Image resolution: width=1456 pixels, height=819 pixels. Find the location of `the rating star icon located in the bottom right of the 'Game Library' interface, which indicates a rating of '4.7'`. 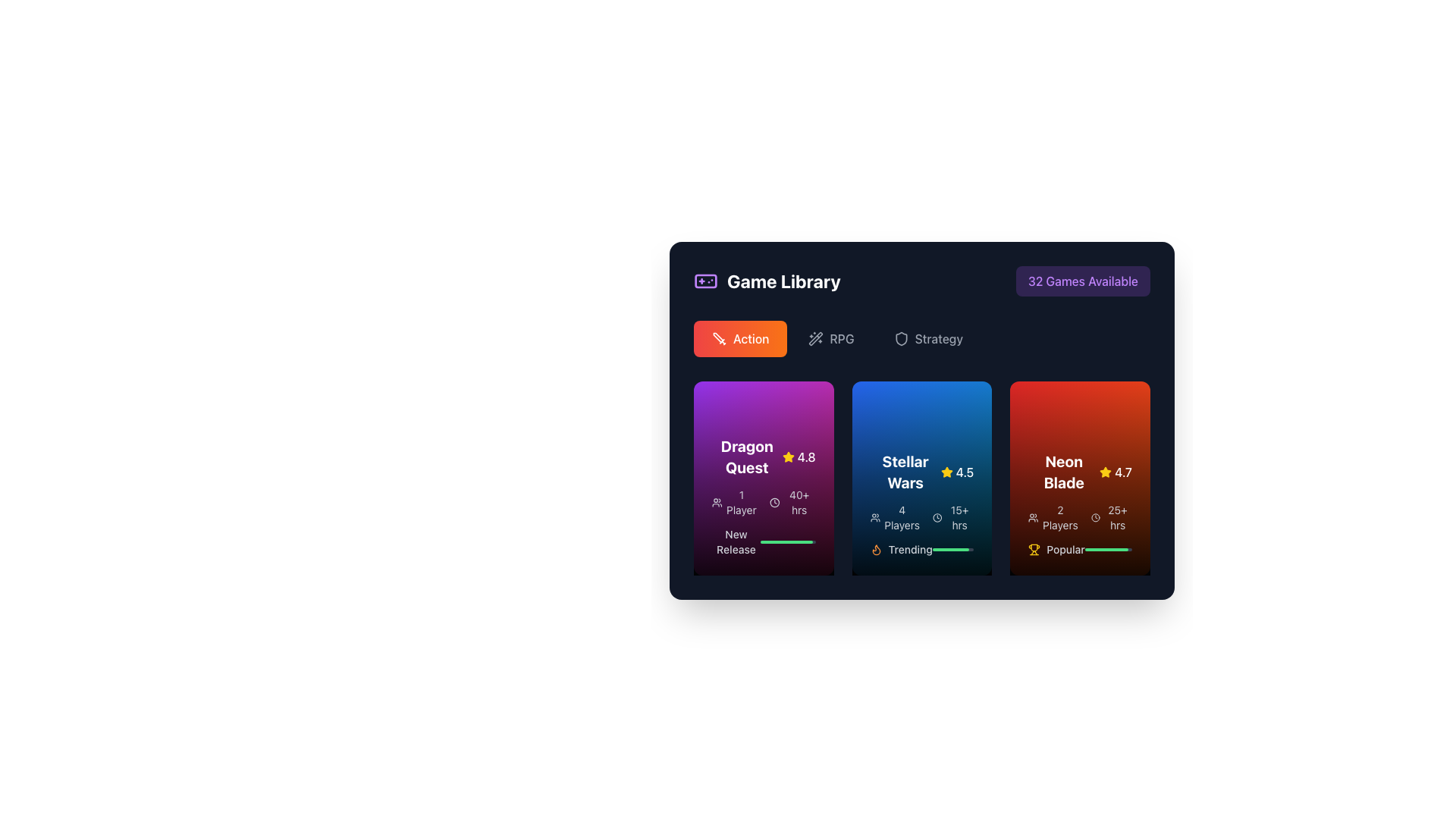

the rating star icon located in the bottom right of the 'Game Library' interface, which indicates a rating of '4.7' is located at coordinates (1106, 472).